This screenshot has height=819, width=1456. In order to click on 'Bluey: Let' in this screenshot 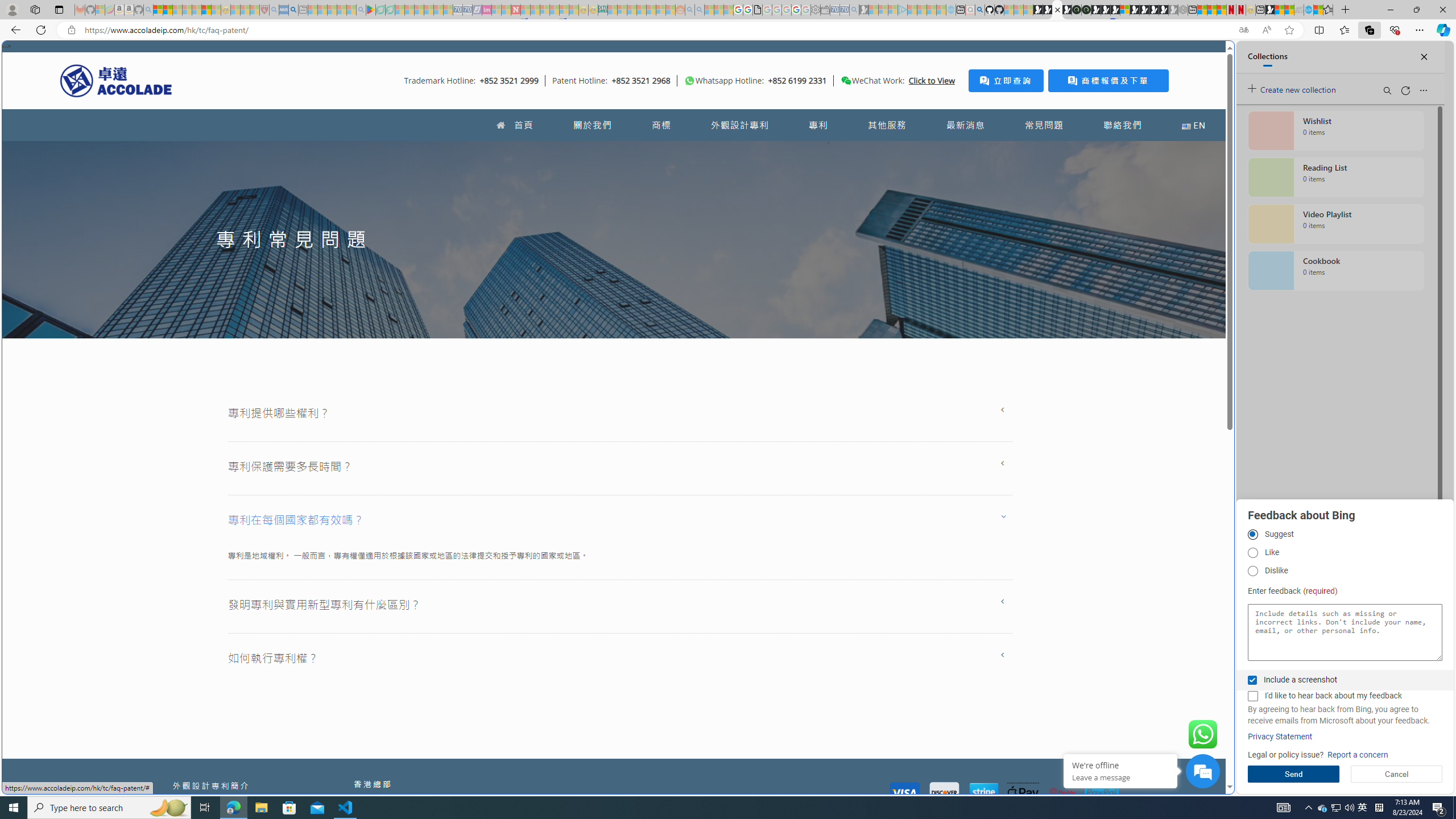, I will do `click(370, 9)`.